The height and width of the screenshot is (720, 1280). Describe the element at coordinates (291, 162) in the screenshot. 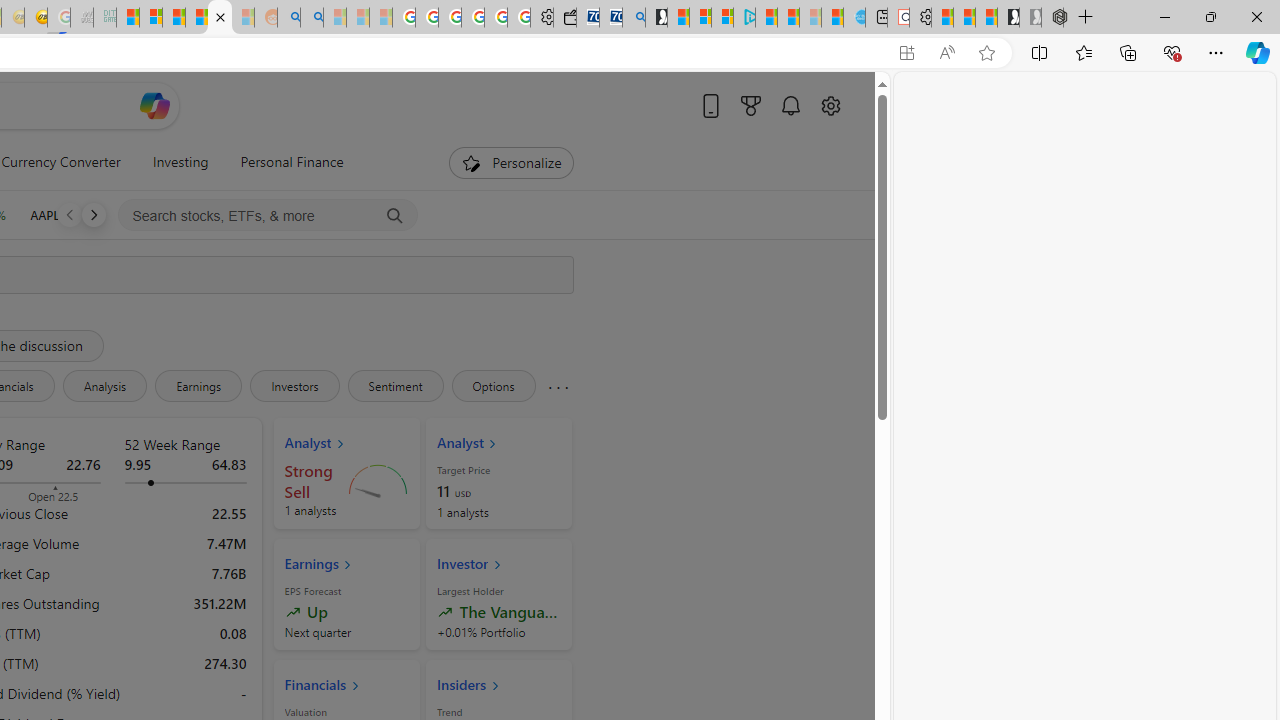

I see `'Personal Finance'` at that location.